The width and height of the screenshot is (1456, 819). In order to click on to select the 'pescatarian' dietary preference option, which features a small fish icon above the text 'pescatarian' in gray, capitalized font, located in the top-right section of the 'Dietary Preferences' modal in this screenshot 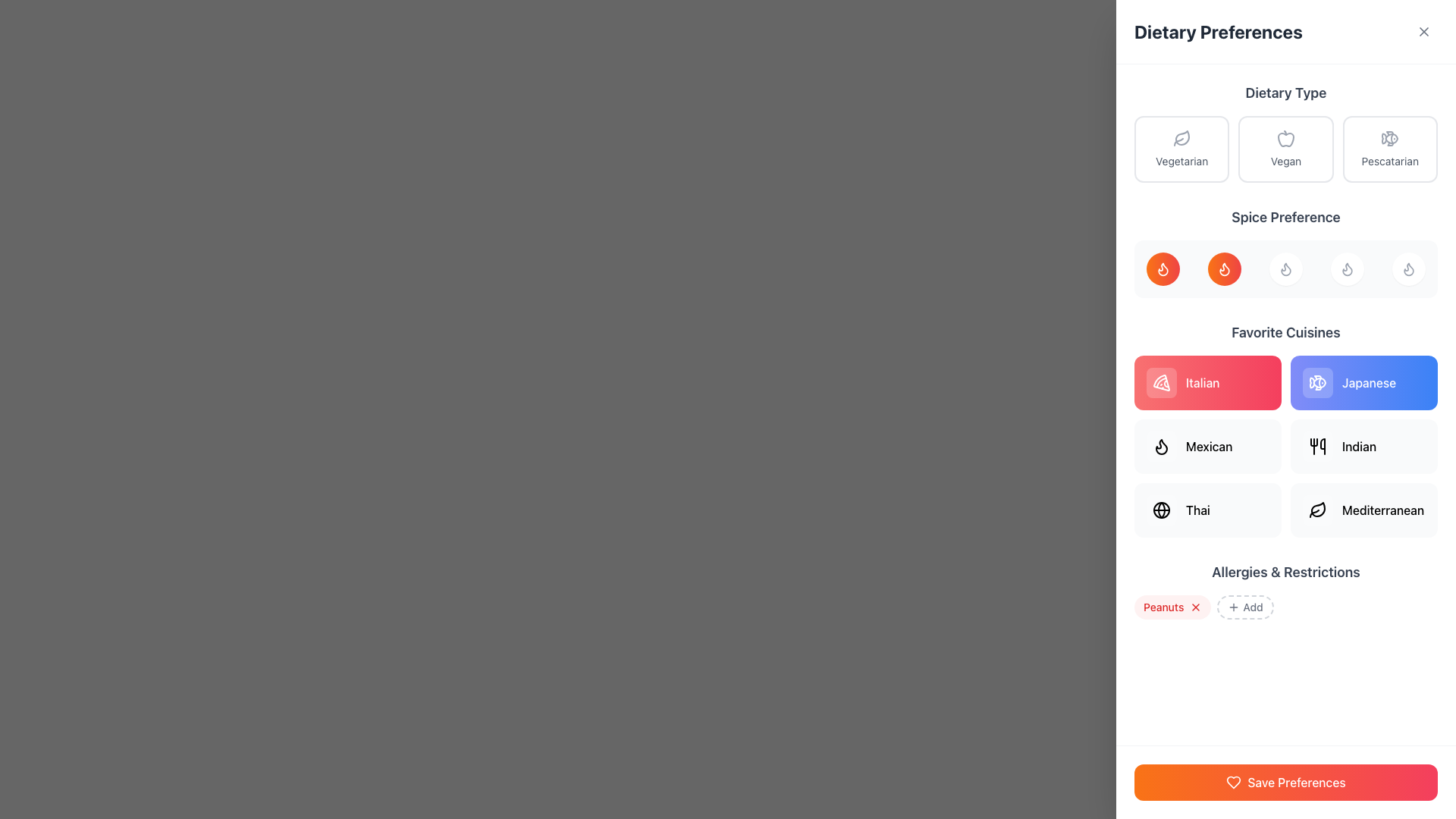, I will do `click(1390, 149)`.